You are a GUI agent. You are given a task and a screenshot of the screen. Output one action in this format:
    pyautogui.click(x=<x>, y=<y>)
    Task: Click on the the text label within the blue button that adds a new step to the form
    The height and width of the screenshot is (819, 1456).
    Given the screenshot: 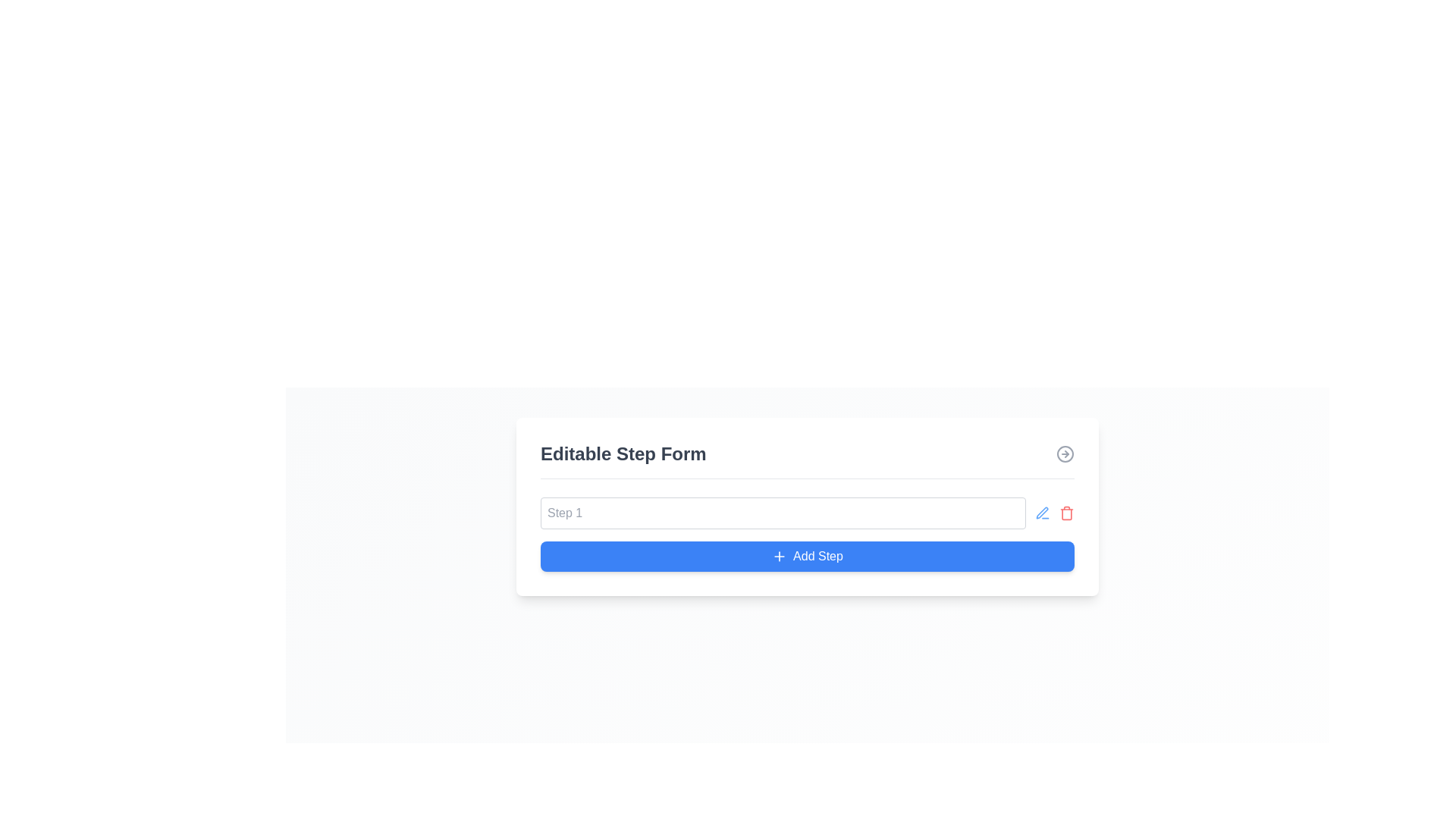 What is the action you would take?
    pyautogui.click(x=817, y=556)
    